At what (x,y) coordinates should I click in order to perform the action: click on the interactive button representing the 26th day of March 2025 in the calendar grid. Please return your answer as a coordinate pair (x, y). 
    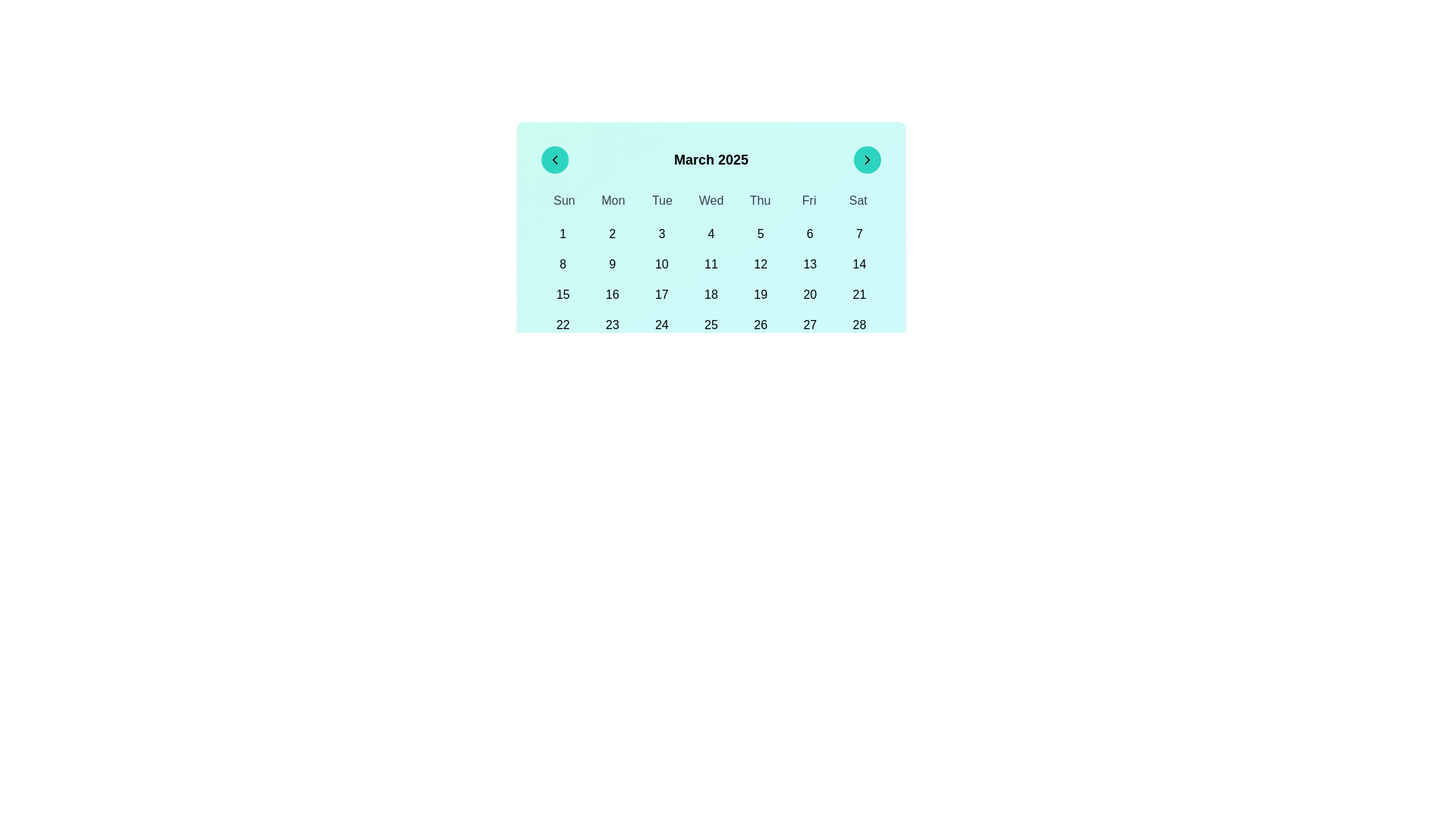
    Looking at the image, I should click on (761, 324).